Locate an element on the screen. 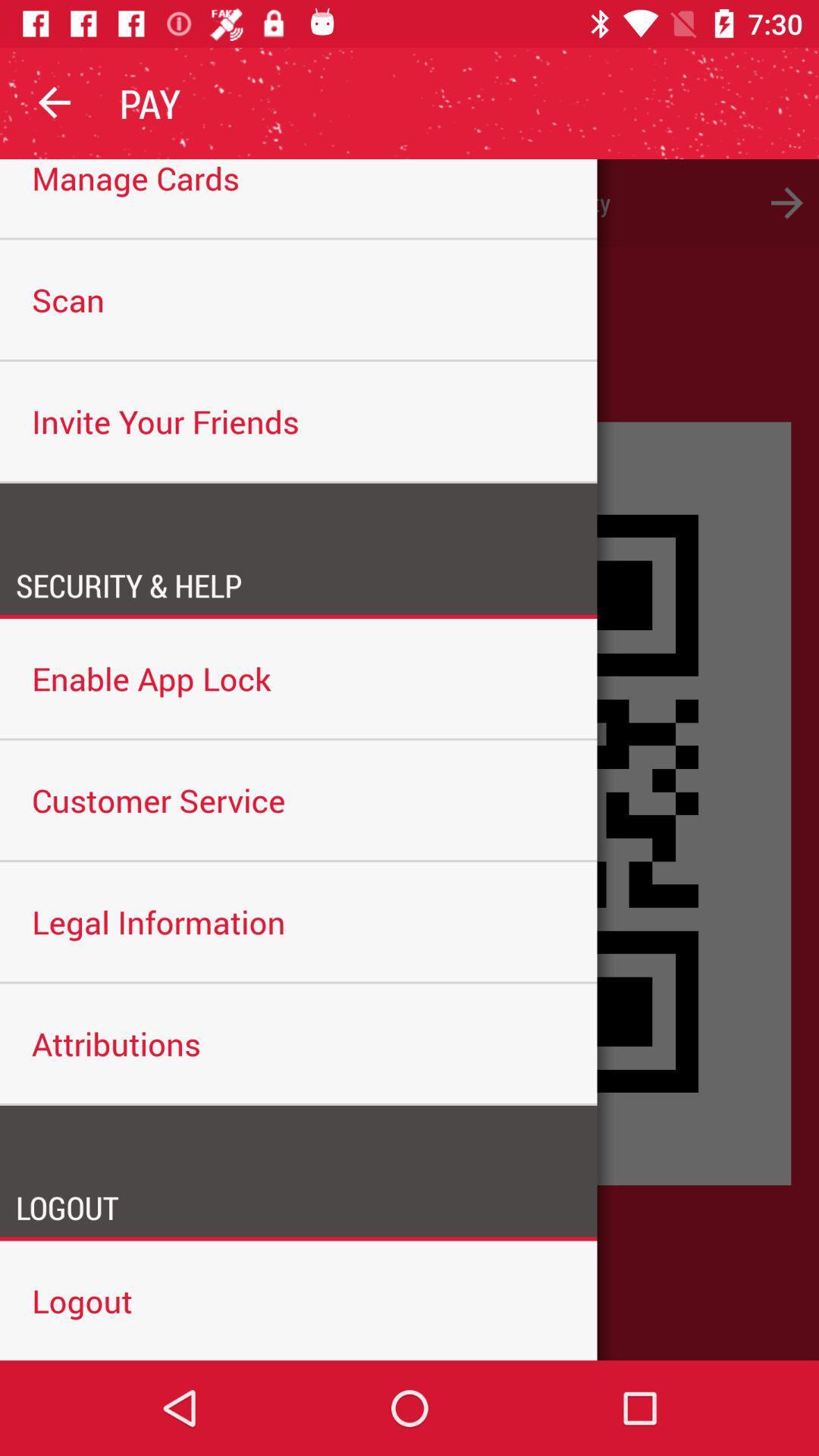 Image resolution: width=819 pixels, height=1456 pixels. the customer service item is located at coordinates (298, 799).